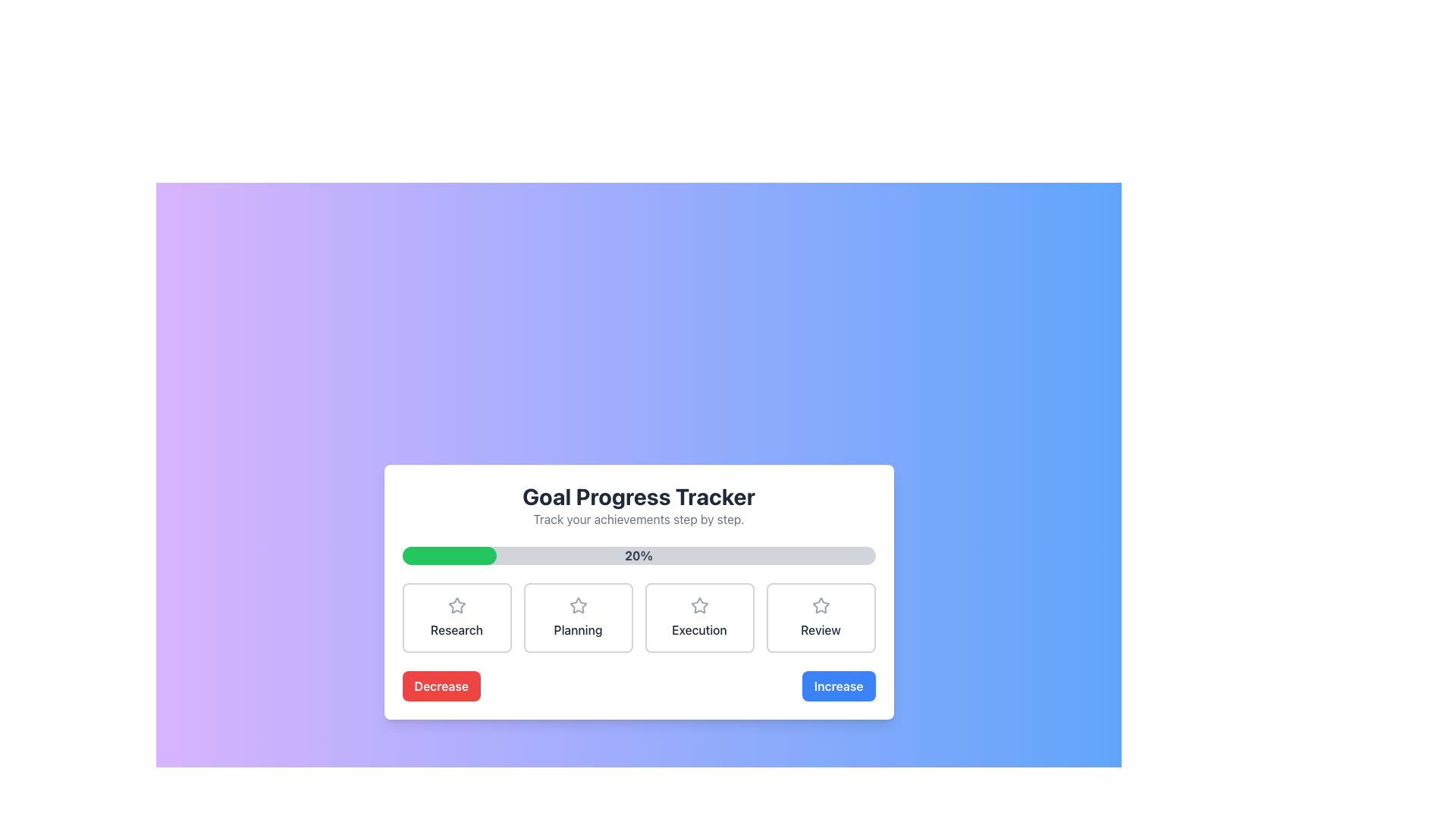 The image size is (1456, 819). What do you see at coordinates (448, 555) in the screenshot?
I see `the progress indicator bar located within the horizontal progress bar of the 'Goal Progress Tracker' card, situated on the leftmost 20% of its width` at bounding box center [448, 555].